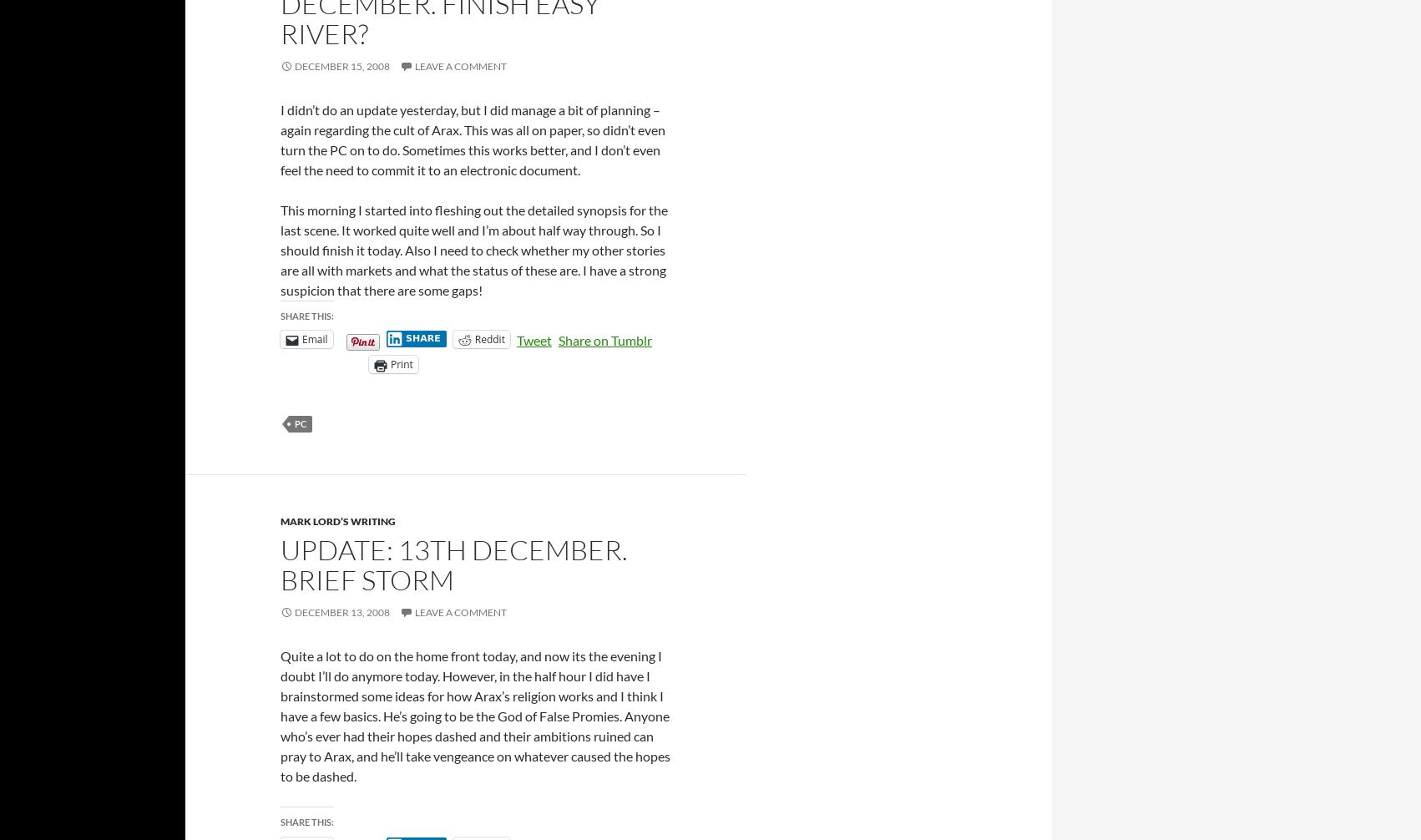  I want to click on 'PC', so click(300, 423).